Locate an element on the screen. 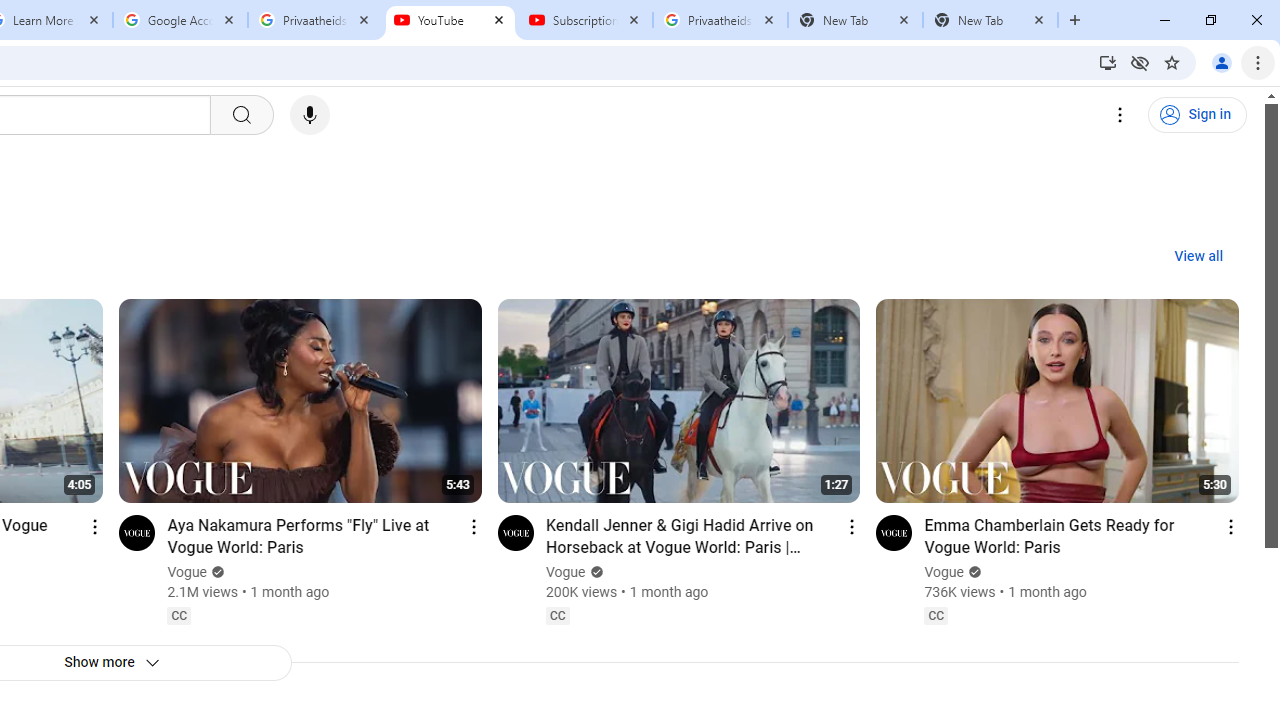  'View all' is located at coordinates (1198, 256).